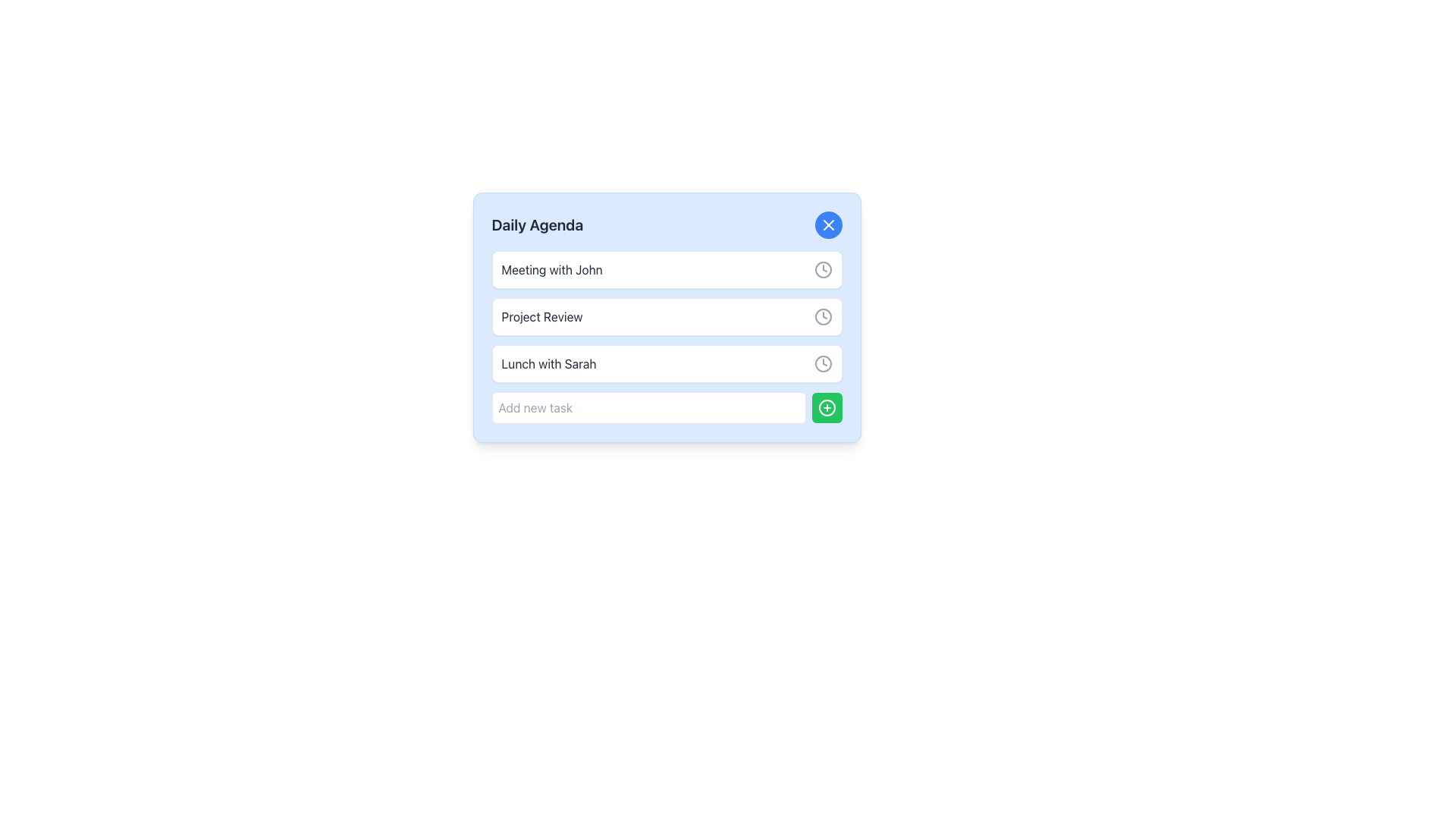 The width and height of the screenshot is (1456, 819). Describe the element at coordinates (822, 363) in the screenshot. I see `the minimalist gray clock icon located on the right side of the task item labeled 'Lunch with Sarah' to set a reminder or open a time selection dialog` at that location.